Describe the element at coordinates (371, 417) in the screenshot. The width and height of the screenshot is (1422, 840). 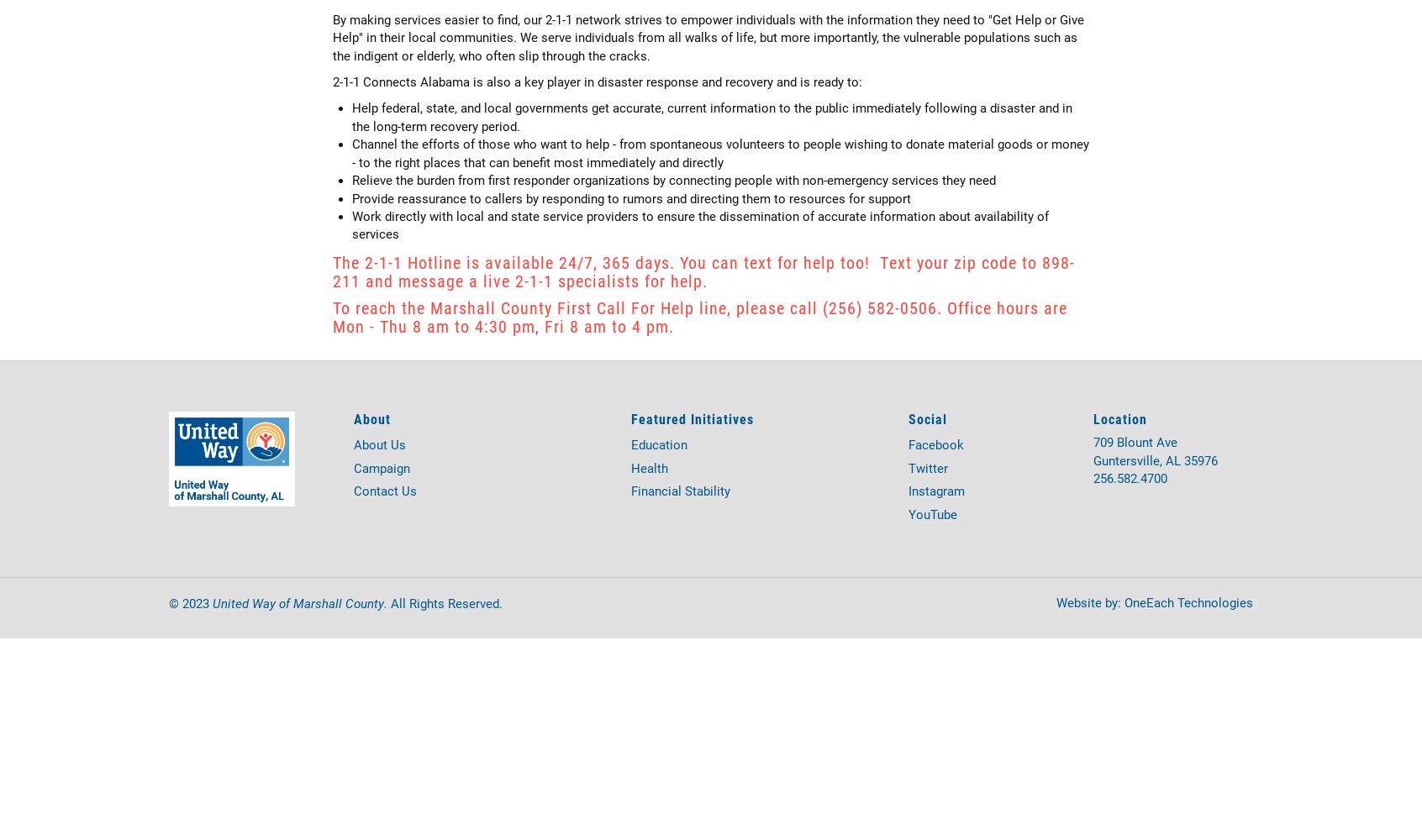
I see `'About'` at that location.